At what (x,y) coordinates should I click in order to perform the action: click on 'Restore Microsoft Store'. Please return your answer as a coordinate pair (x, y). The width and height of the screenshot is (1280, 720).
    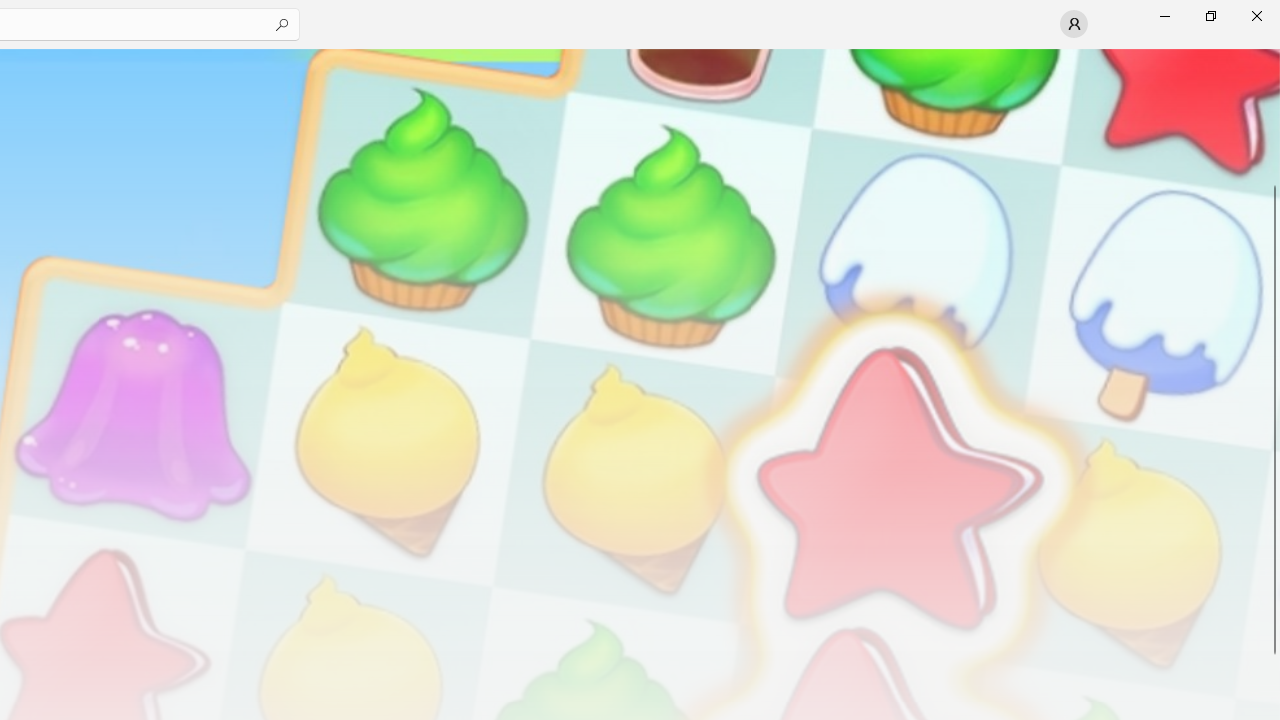
    Looking at the image, I should click on (1209, 15).